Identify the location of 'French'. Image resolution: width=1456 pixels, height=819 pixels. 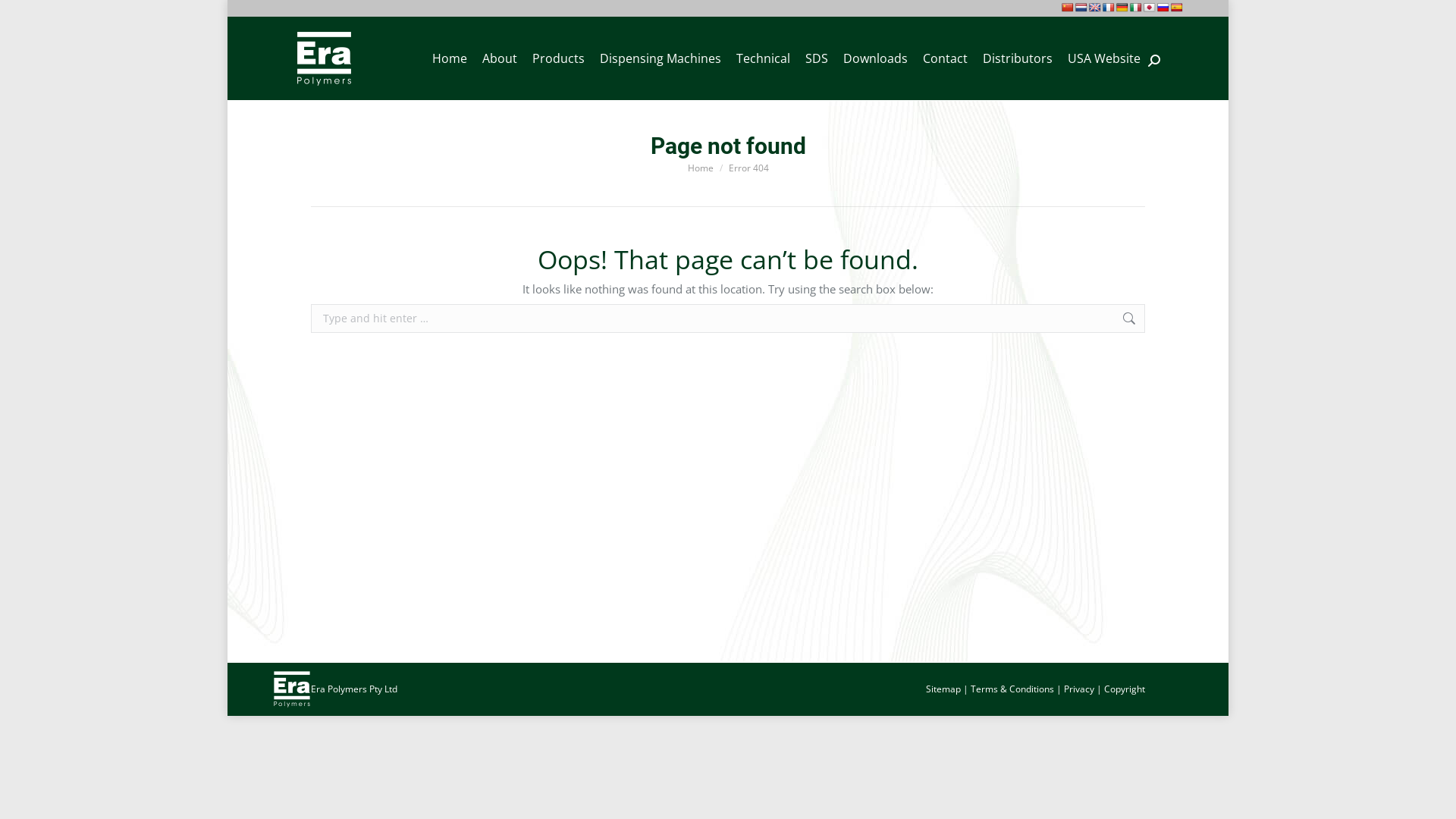
(1109, 8).